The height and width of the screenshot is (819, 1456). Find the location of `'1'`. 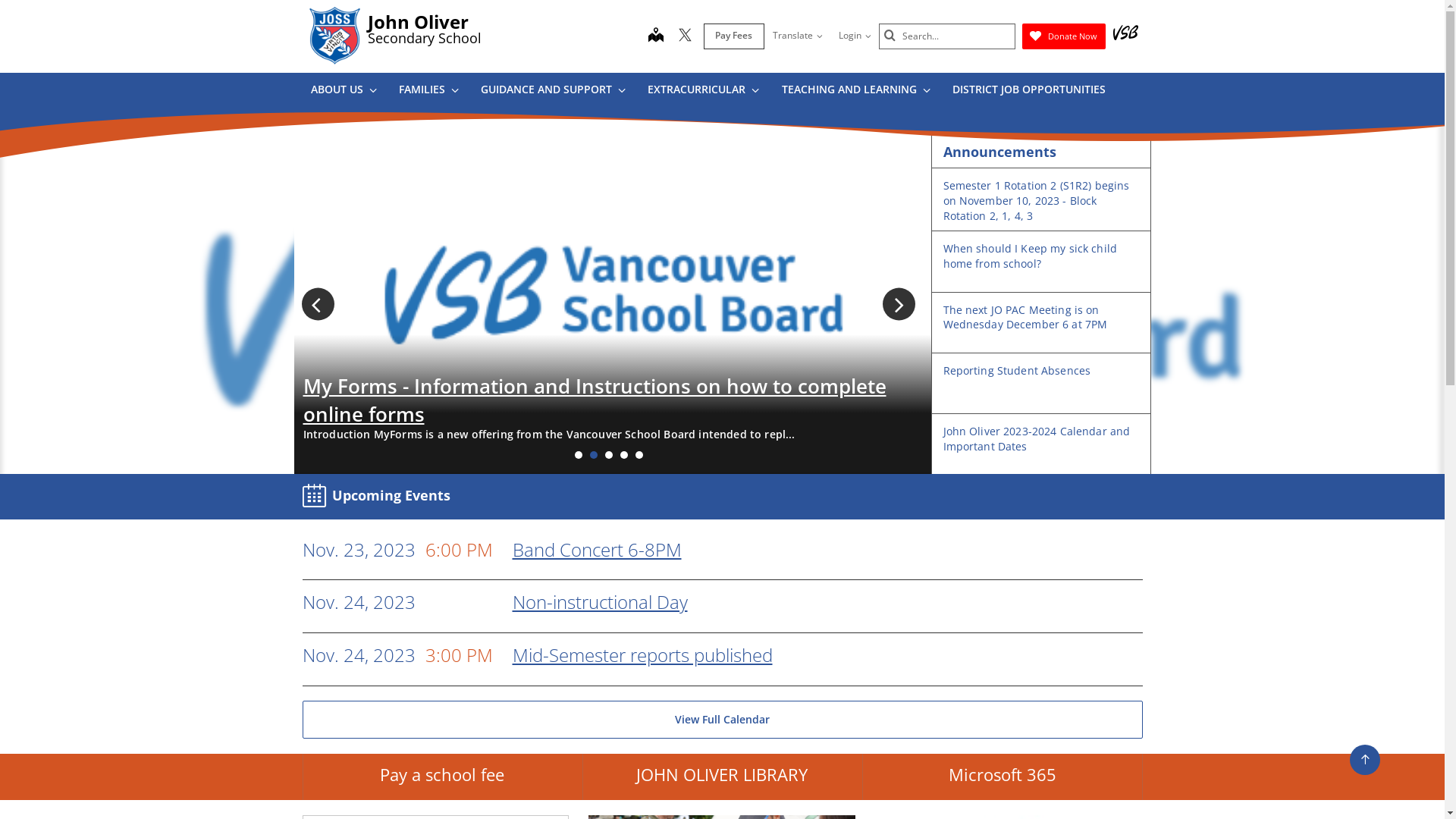

'1' is located at coordinates (574, 454).